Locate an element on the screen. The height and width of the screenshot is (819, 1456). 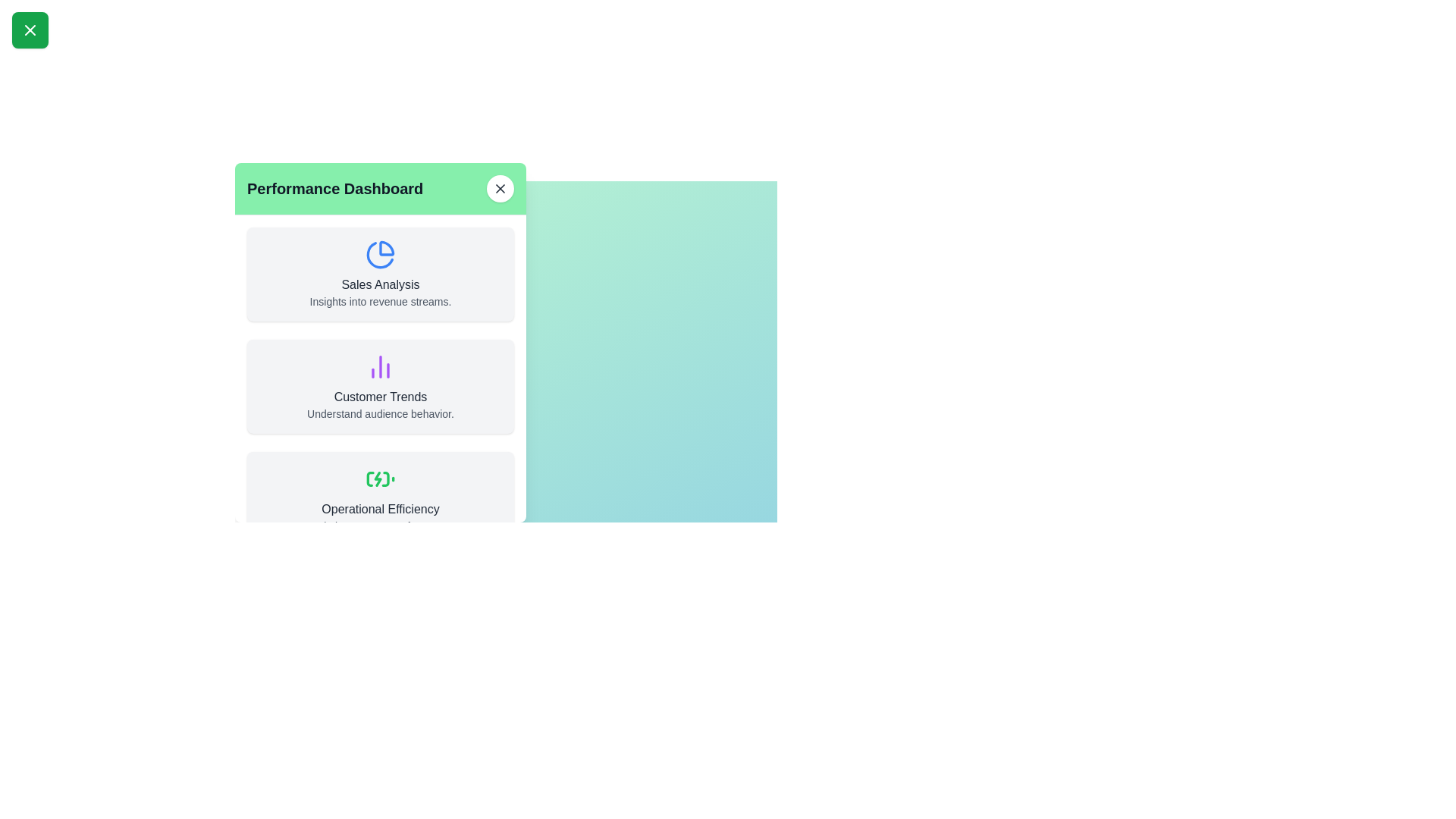
text from the Text Label reading 'Operational Efficiency', which is styled with a medium-bold font and dark gray color, located beneath a green icon in the third card of the vertical stack on the left panel is located at coordinates (381, 509).